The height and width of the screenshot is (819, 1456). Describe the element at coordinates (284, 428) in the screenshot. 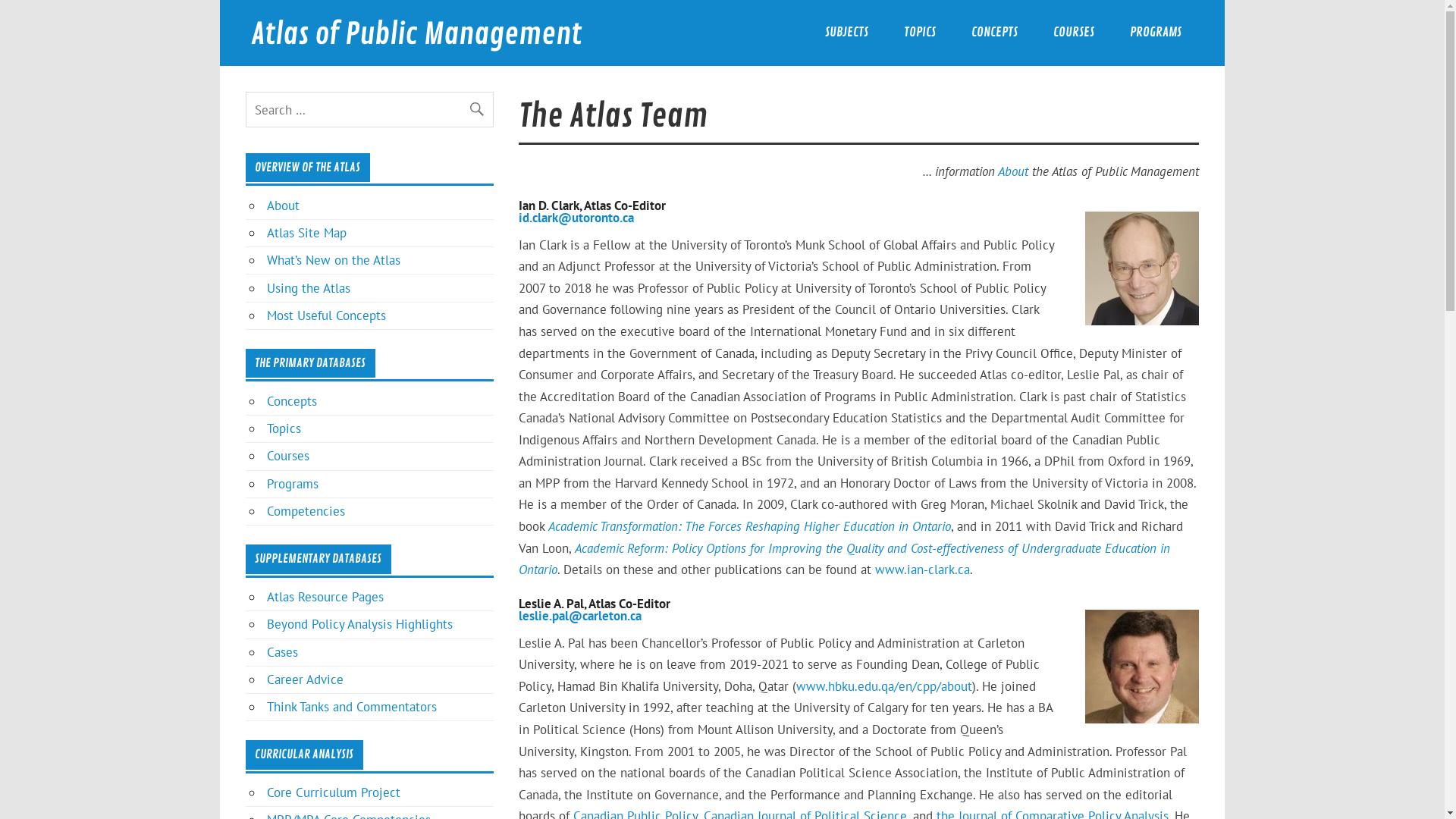

I see `'Topics'` at that location.